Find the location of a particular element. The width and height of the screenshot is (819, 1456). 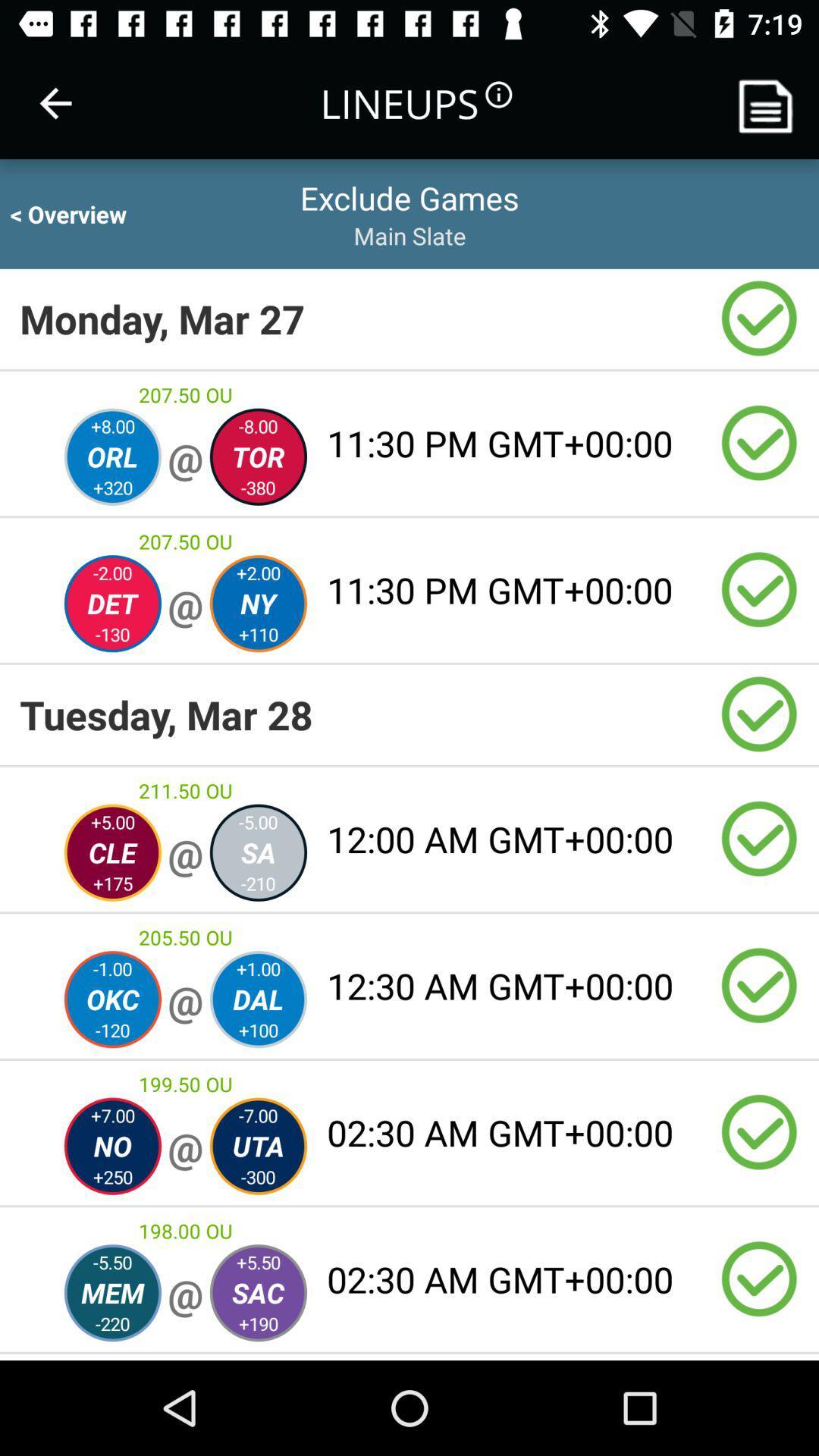

the sixth check mark is located at coordinates (759, 986).